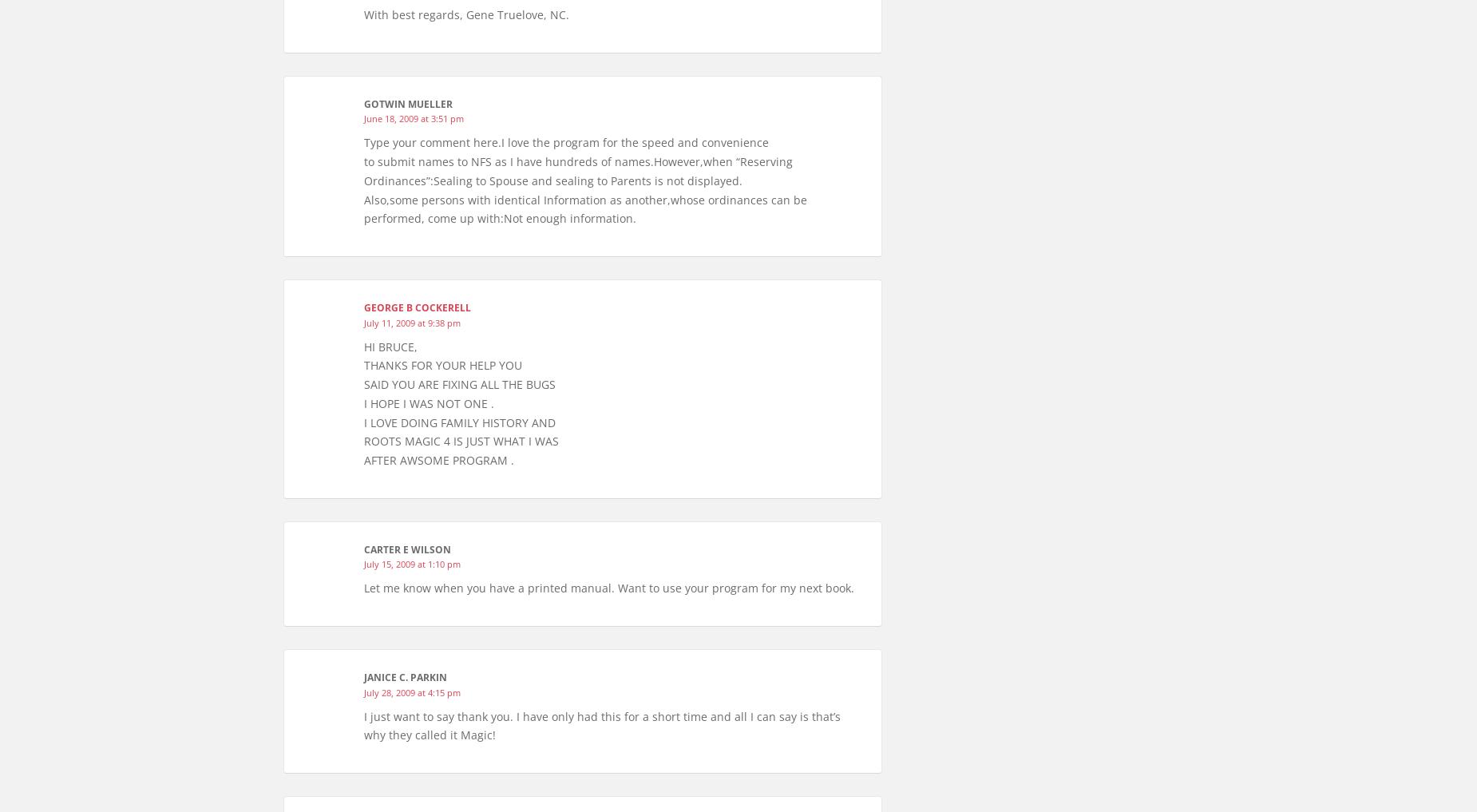  Describe the element at coordinates (602, 724) in the screenshot. I see `'I just want to say thank you.  I have only had this for a short time and all I can say is that’s why they called it Magic!'` at that location.